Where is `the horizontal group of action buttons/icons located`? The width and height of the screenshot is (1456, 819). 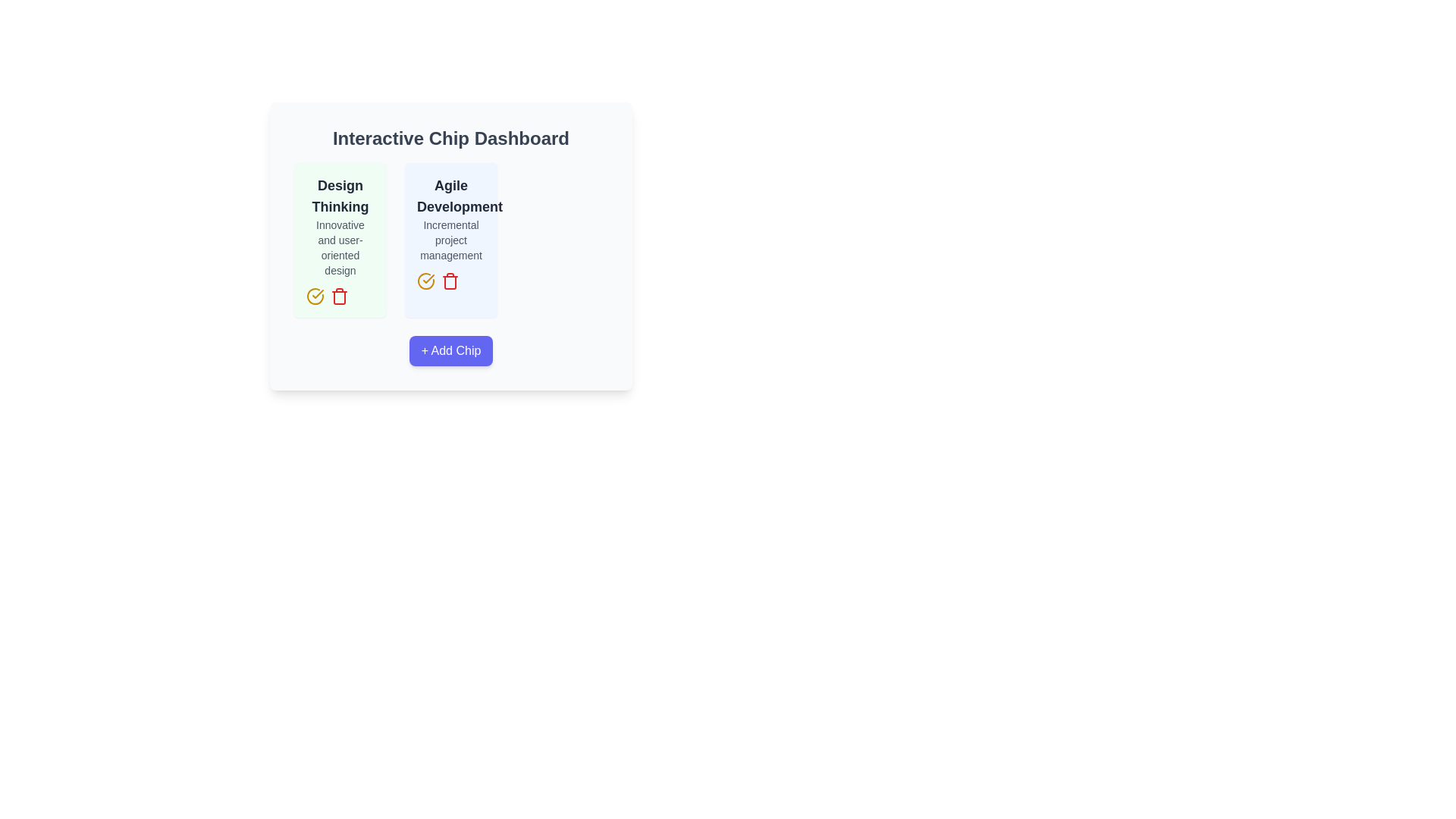 the horizontal group of action buttons/icons located is located at coordinates (450, 281).